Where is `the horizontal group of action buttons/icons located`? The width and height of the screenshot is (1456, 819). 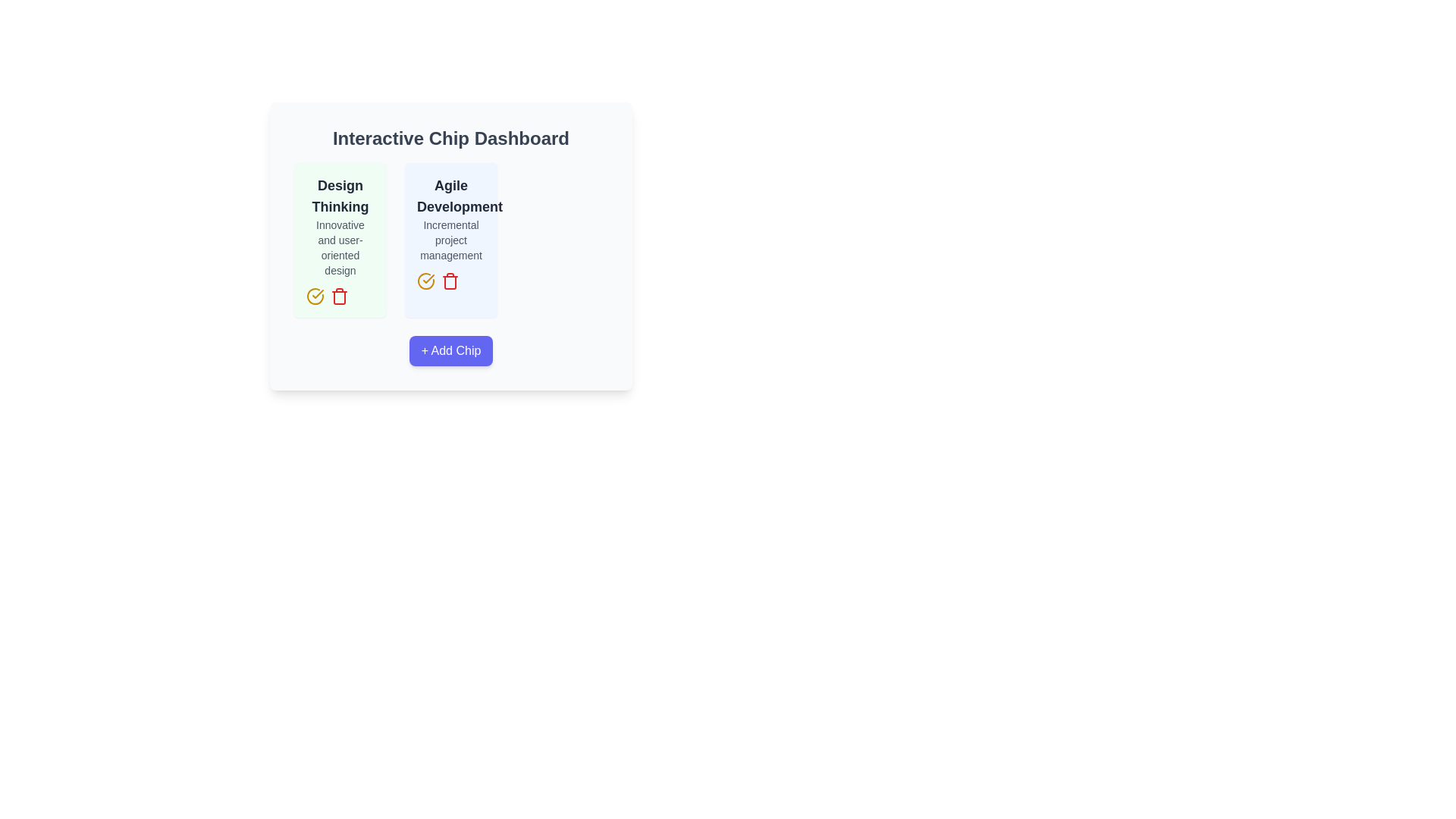 the horizontal group of action buttons/icons located is located at coordinates (450, 281).